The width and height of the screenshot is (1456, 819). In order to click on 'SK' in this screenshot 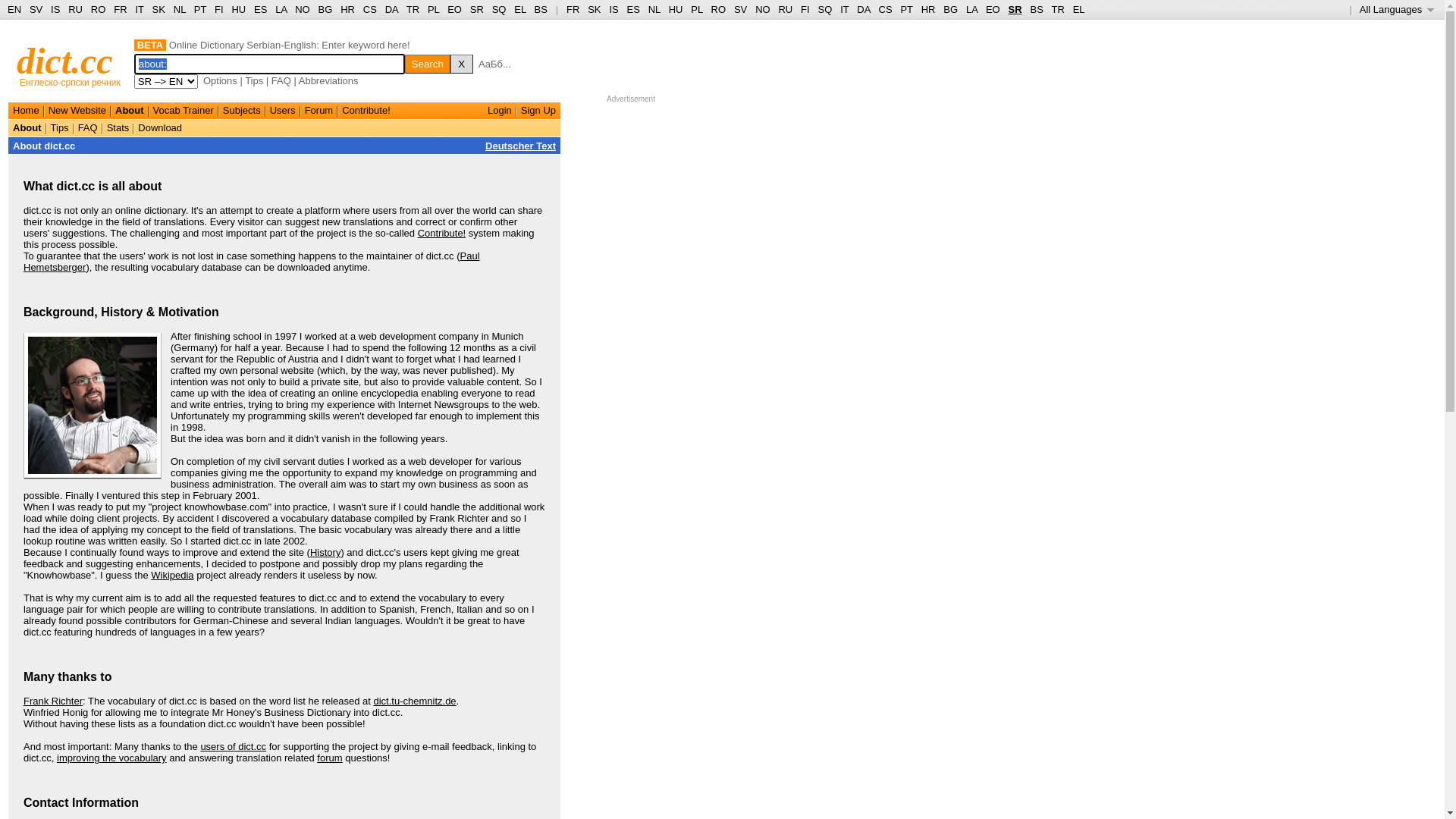, I will do `click(158, 9)`.